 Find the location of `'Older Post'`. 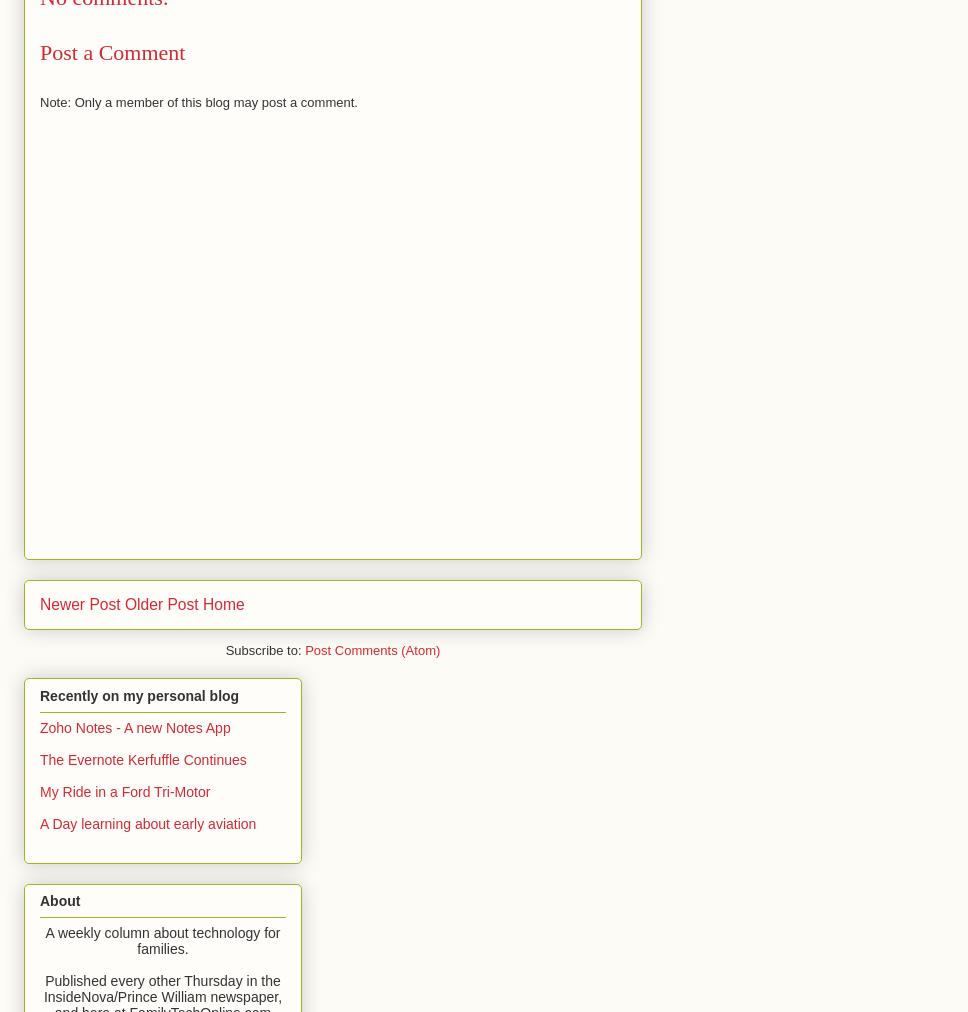

'Older Post' is located at coordinates (159, 603).